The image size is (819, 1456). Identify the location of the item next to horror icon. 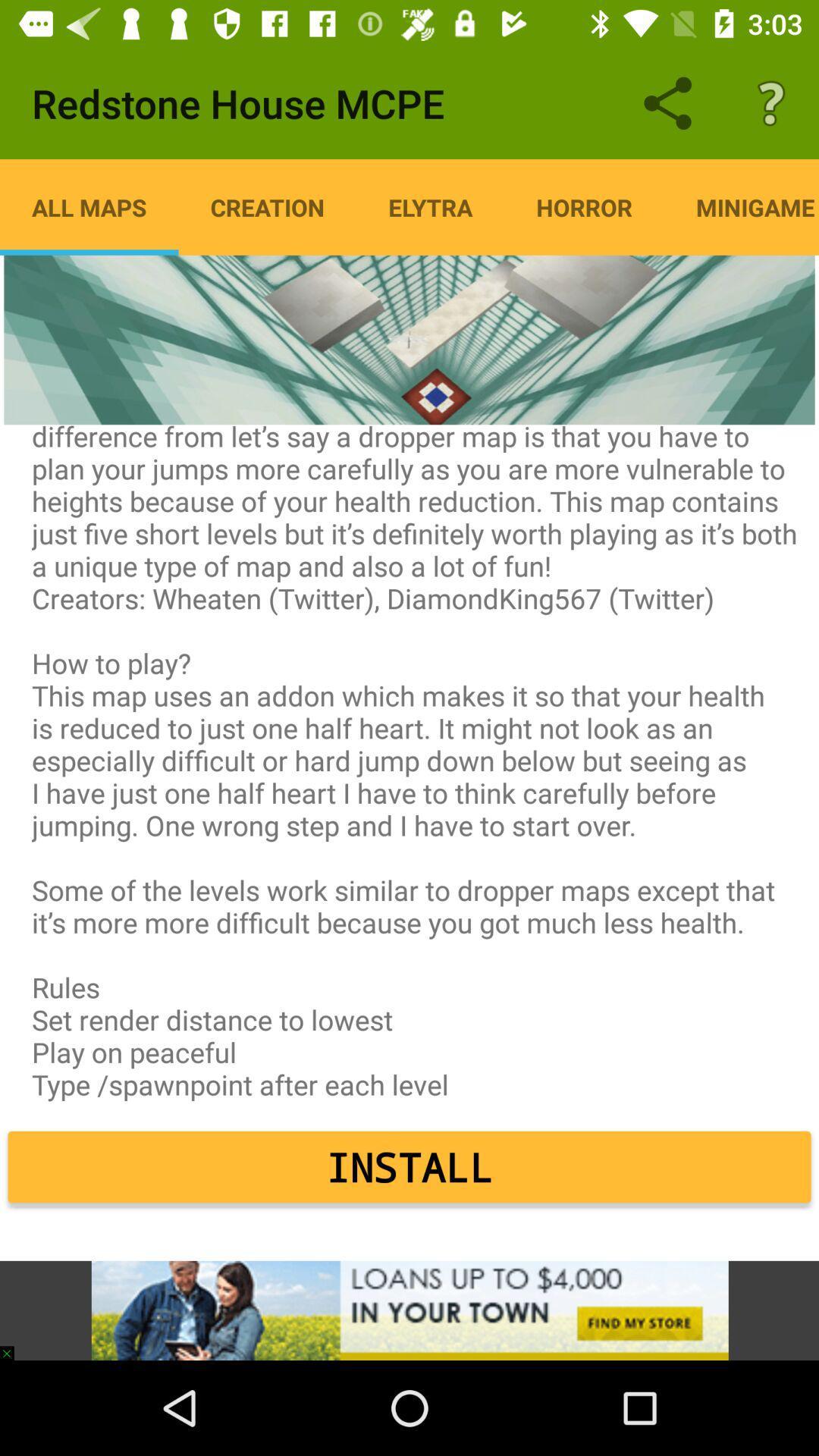
(430, 206).